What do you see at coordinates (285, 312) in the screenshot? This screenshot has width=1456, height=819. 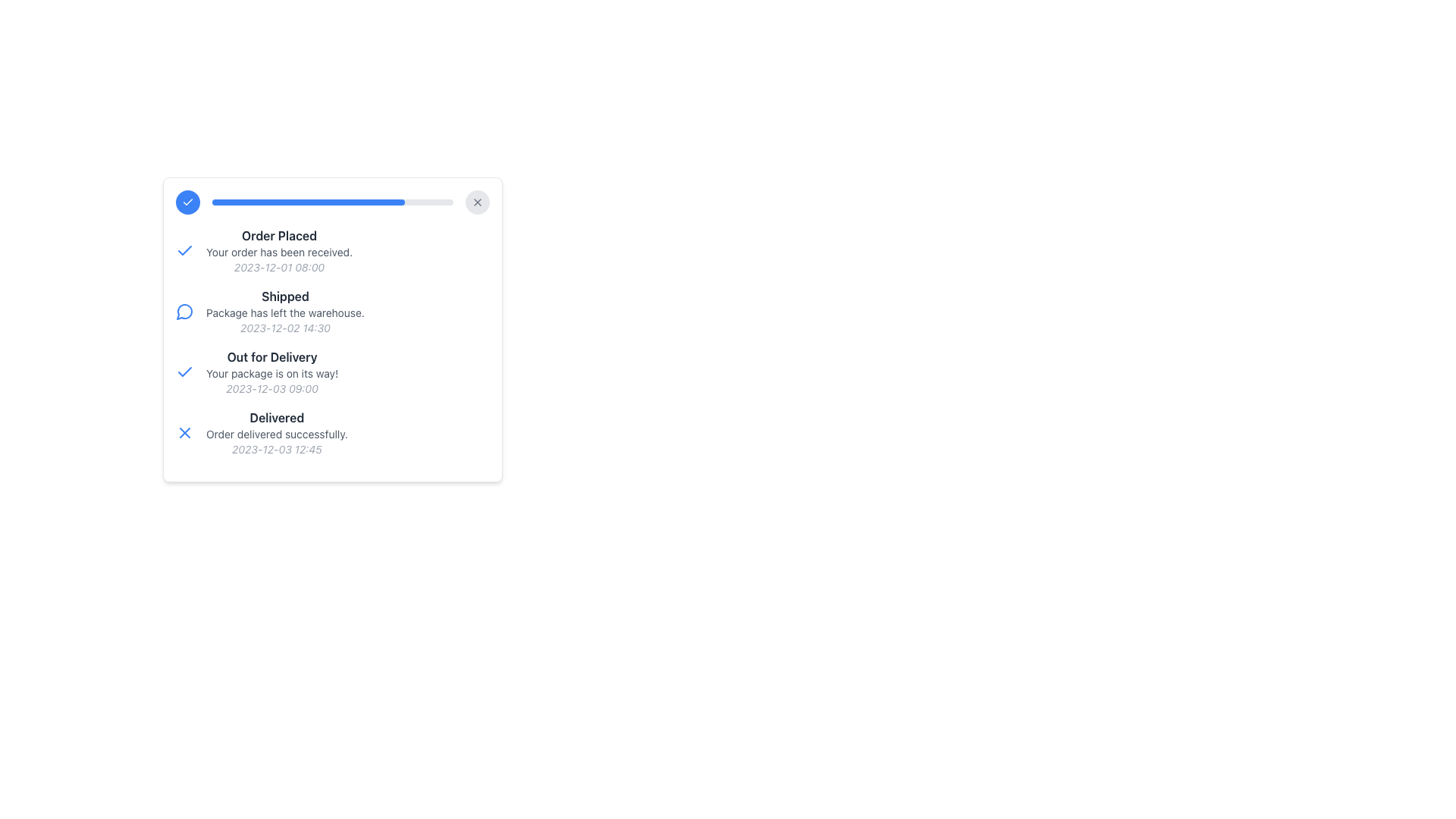 I see `the static text element that reads 'Package has left the warehouse.' located in the tracking card component, positioned between a bold 'Shipped' label and a timestamp` at bounding box center [285, 312].